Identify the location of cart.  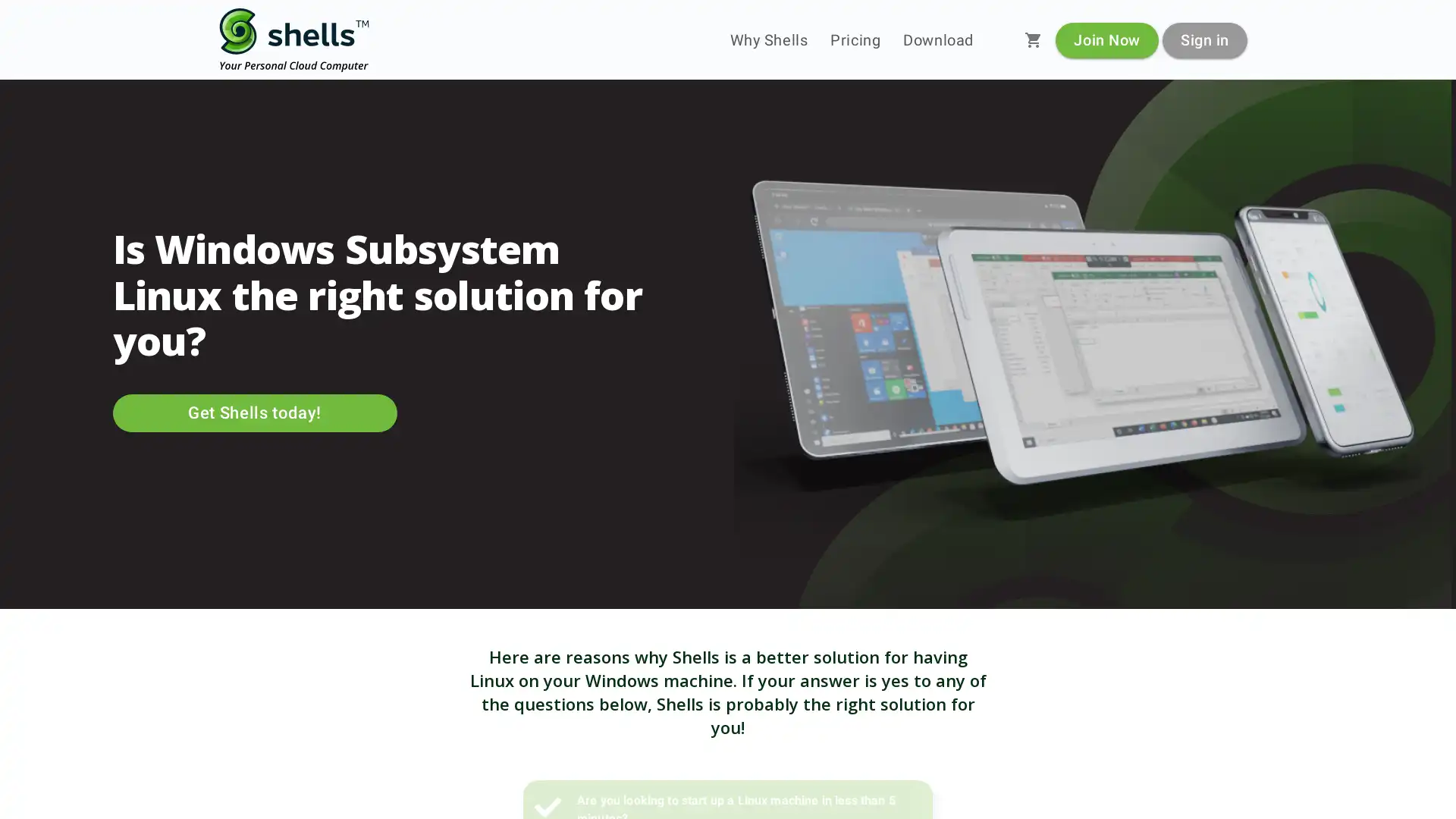
(1033, 39).